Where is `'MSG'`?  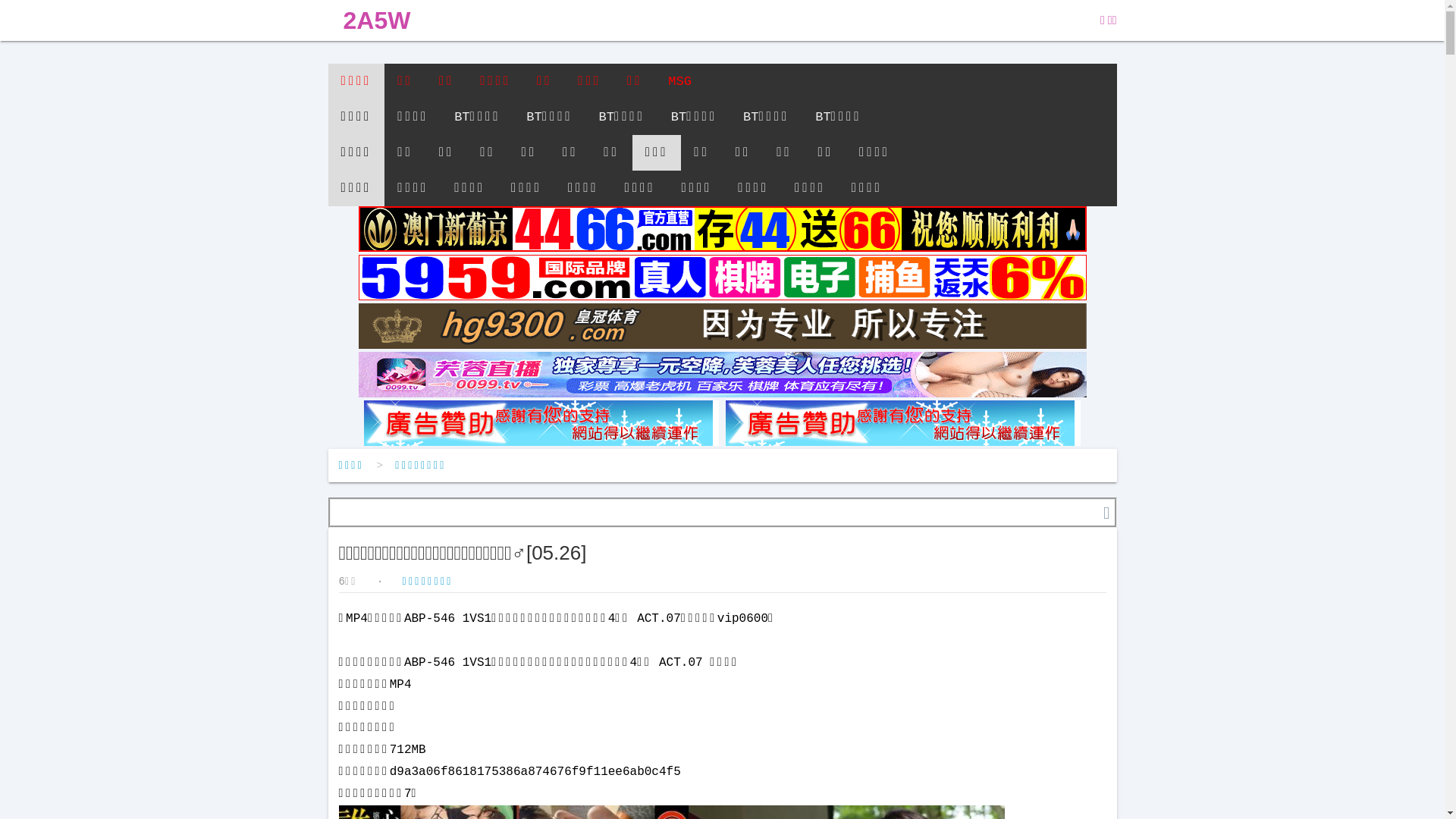
'MSG' is located at coordinates (679, 81).